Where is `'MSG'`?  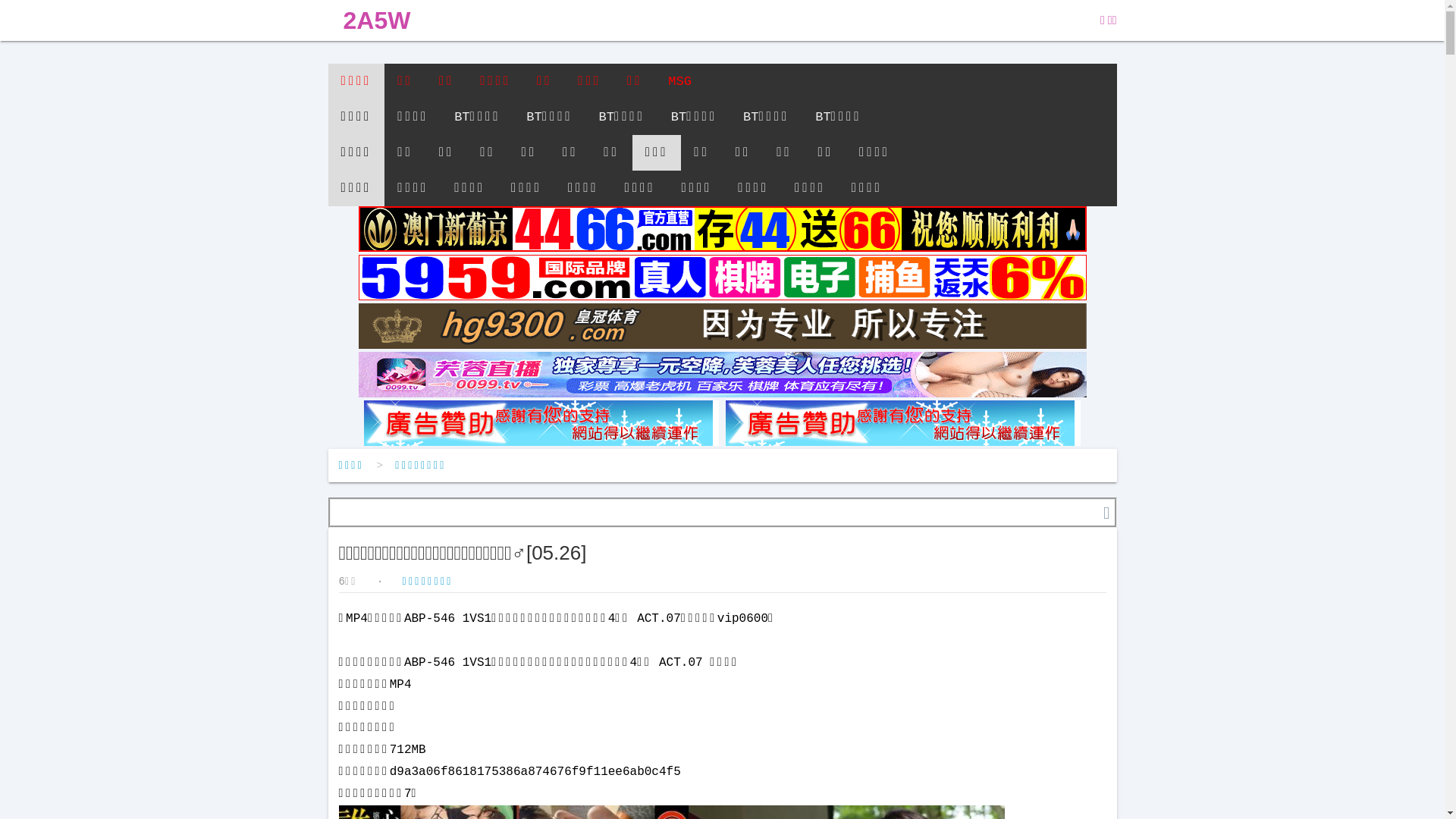
'MSG' is located at coordinates (679, 81).